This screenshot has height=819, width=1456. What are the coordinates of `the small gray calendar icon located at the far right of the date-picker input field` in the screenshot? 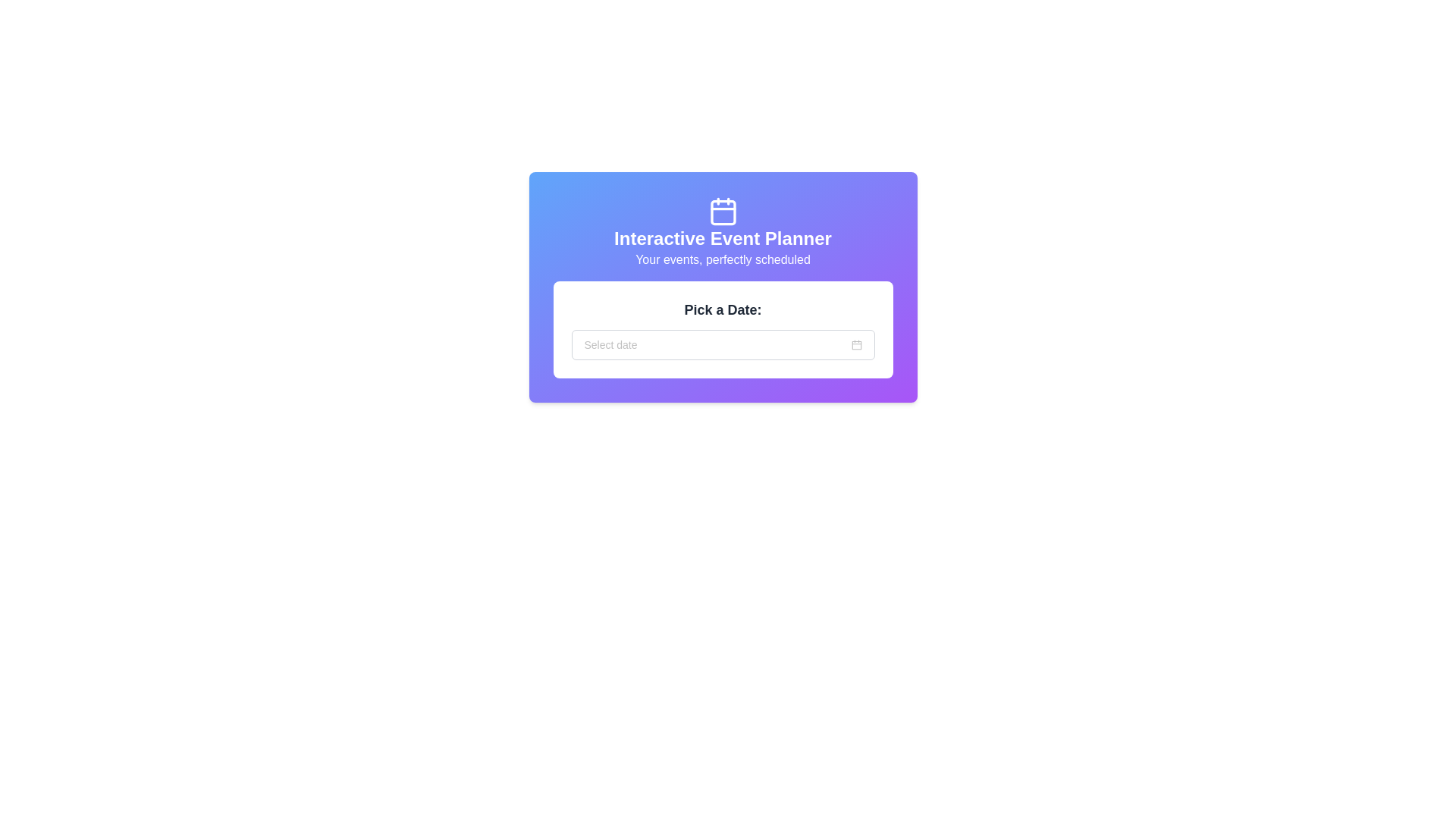 It's located at (856, 345).